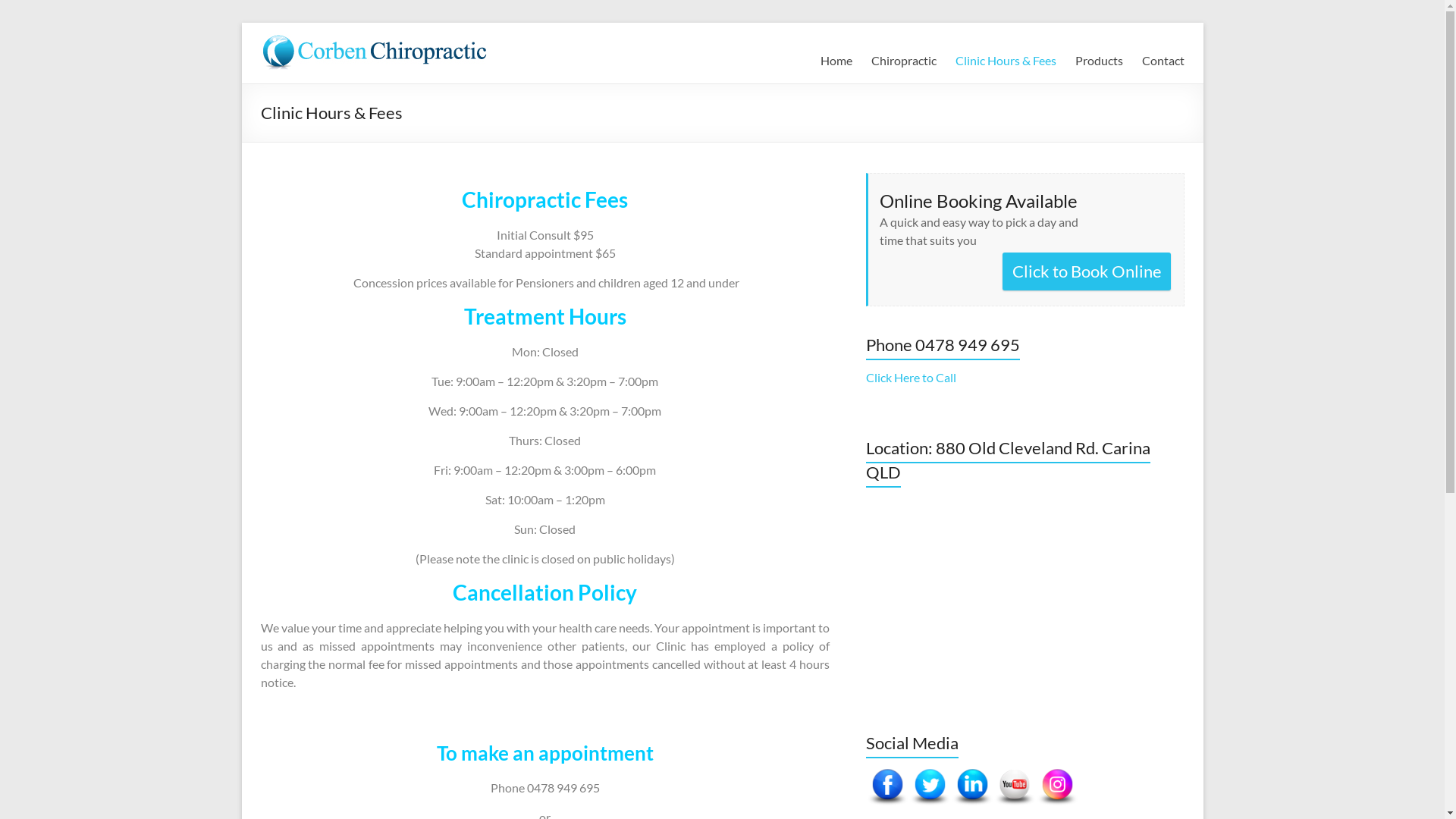 The image size is (1456, 819). What do you see at coordinates (240, 22) in the screenshot?
I see `'Skip to content'` at bounding box center [240, 22].